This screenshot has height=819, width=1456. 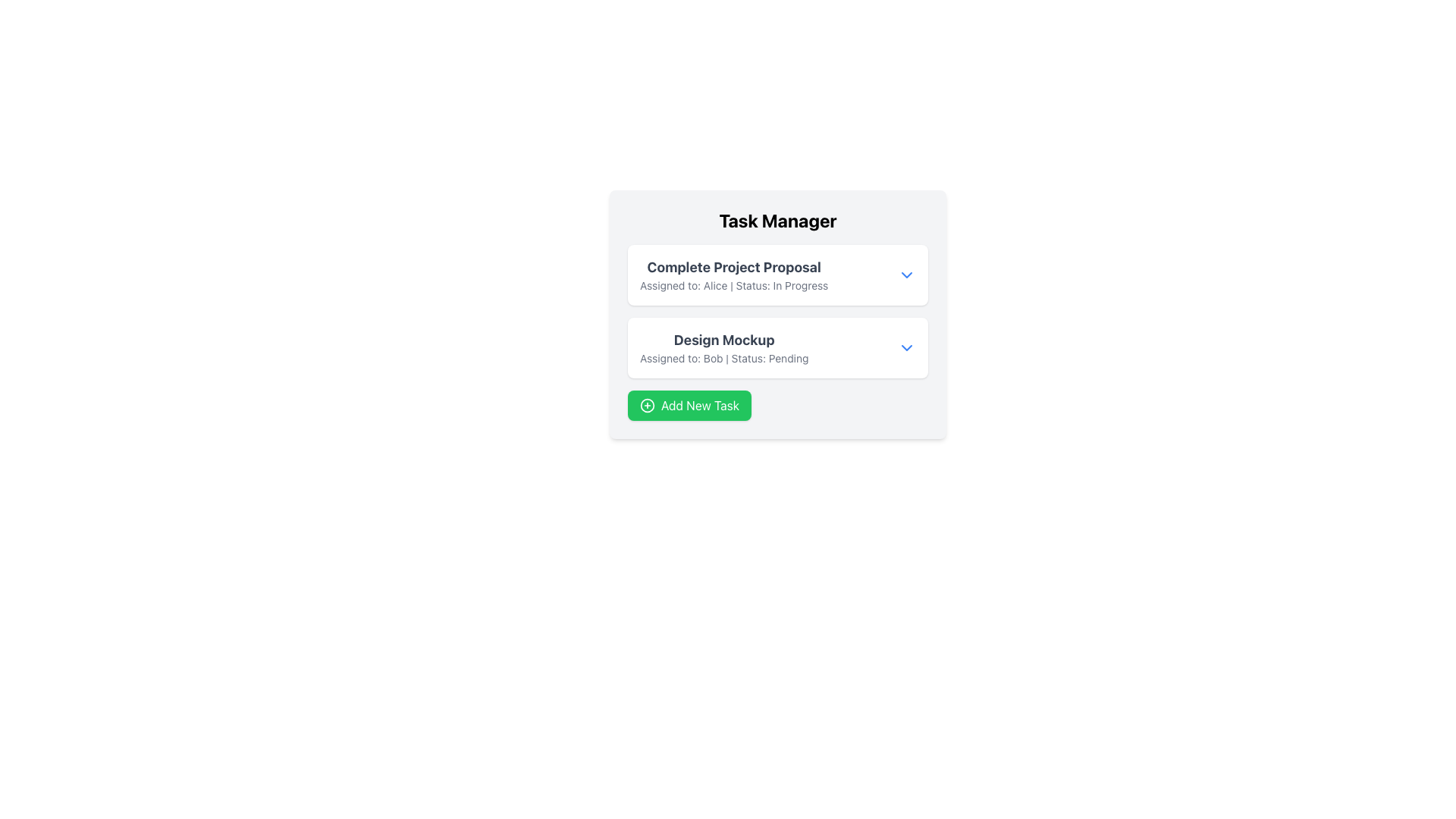 What do you see at coordinates (648, 405) in the screenshot?
I see `the circle element with a thin border and no fill color, located at the center of the circular icon within the green 'Add New Task' button` at bounding box center [648, 405].